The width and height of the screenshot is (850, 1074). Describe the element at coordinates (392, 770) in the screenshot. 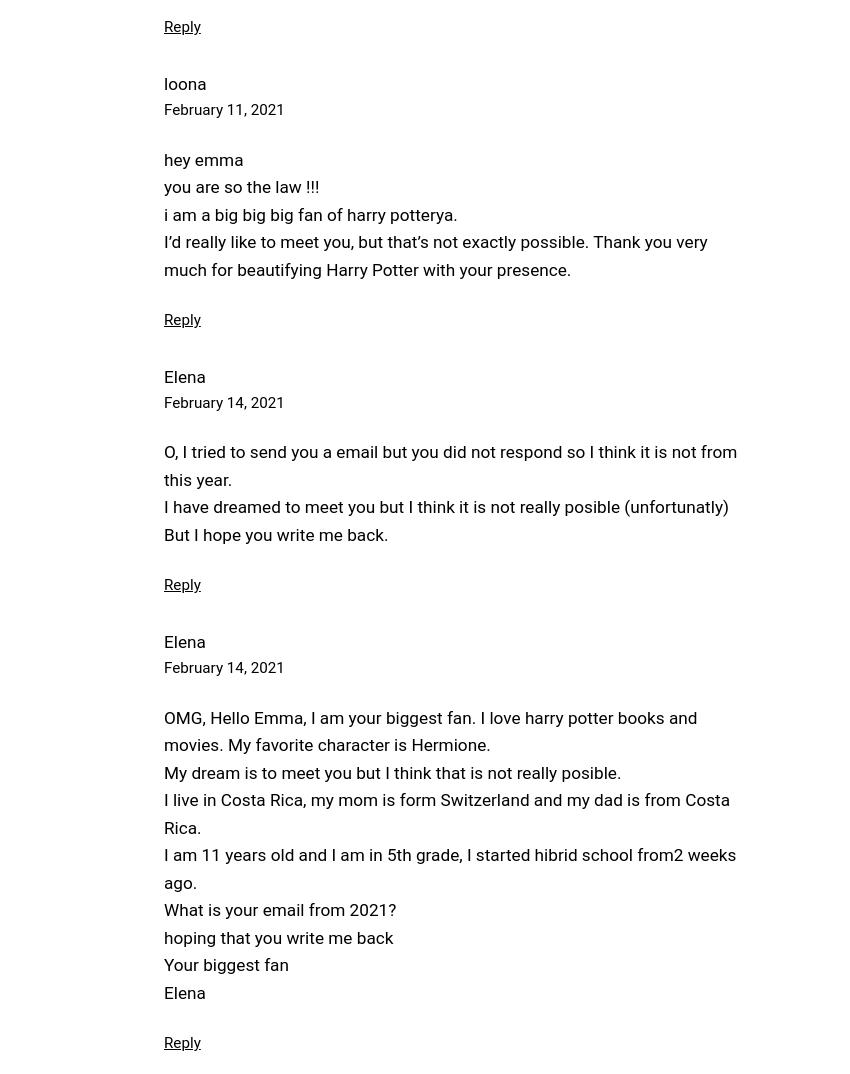

I see `'My dream is to meet you but I think that is not really posible.'` at that location.